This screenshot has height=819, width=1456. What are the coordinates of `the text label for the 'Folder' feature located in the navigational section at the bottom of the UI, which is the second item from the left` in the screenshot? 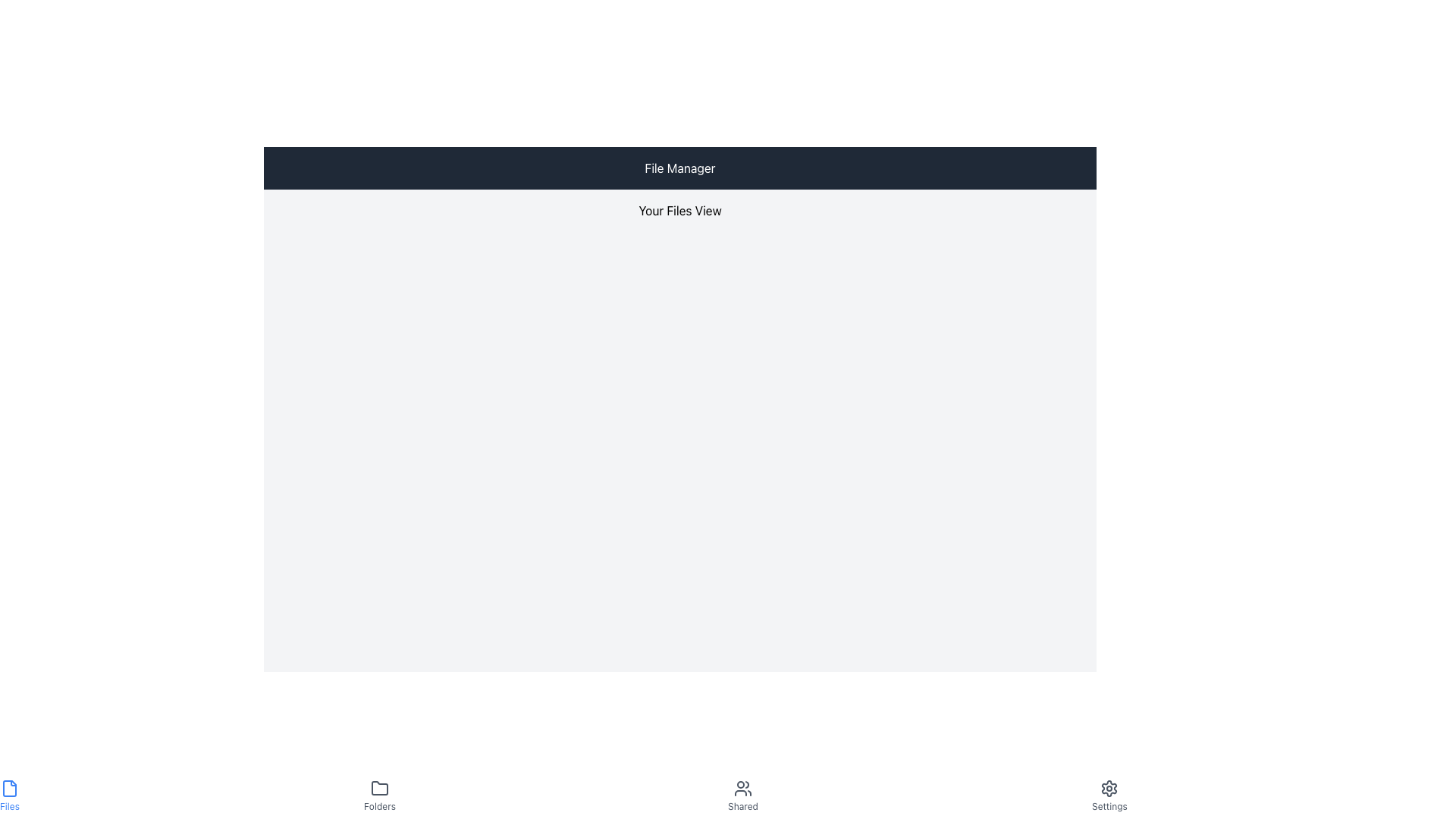 It's located at (379, 806).